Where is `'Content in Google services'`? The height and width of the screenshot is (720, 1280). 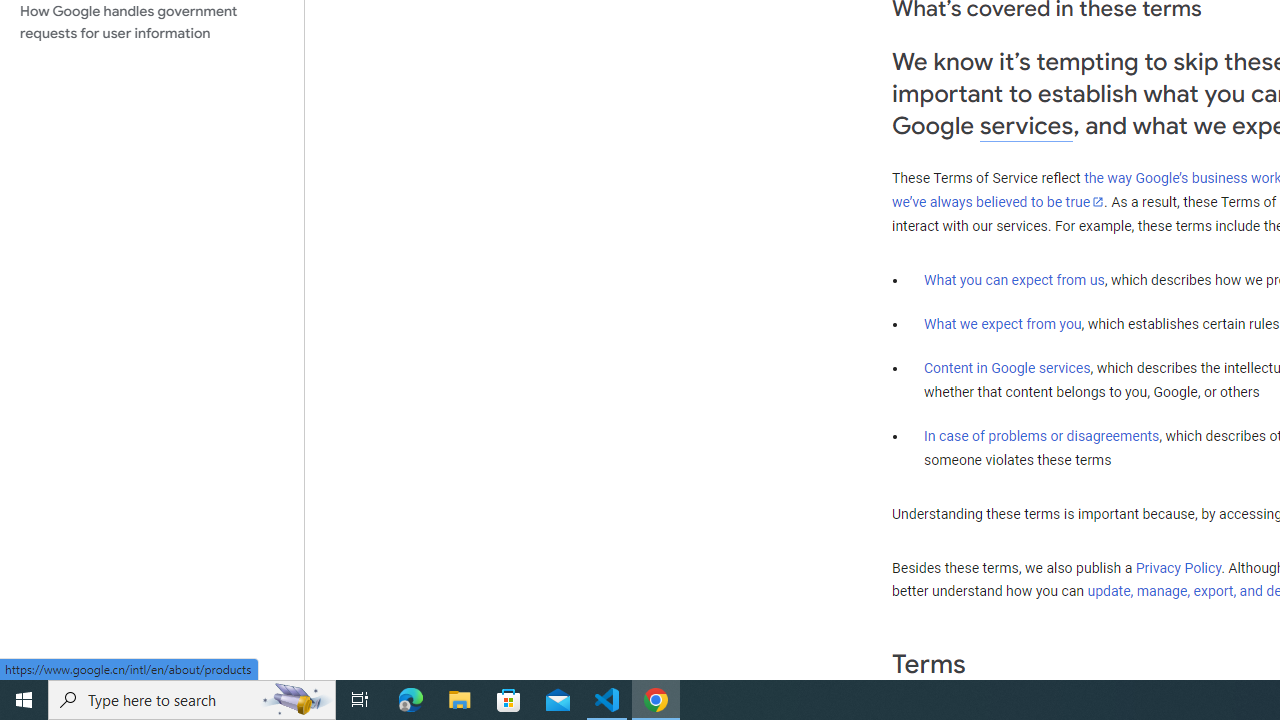
'Content in Google services' is located at coordinates (1007, 368).